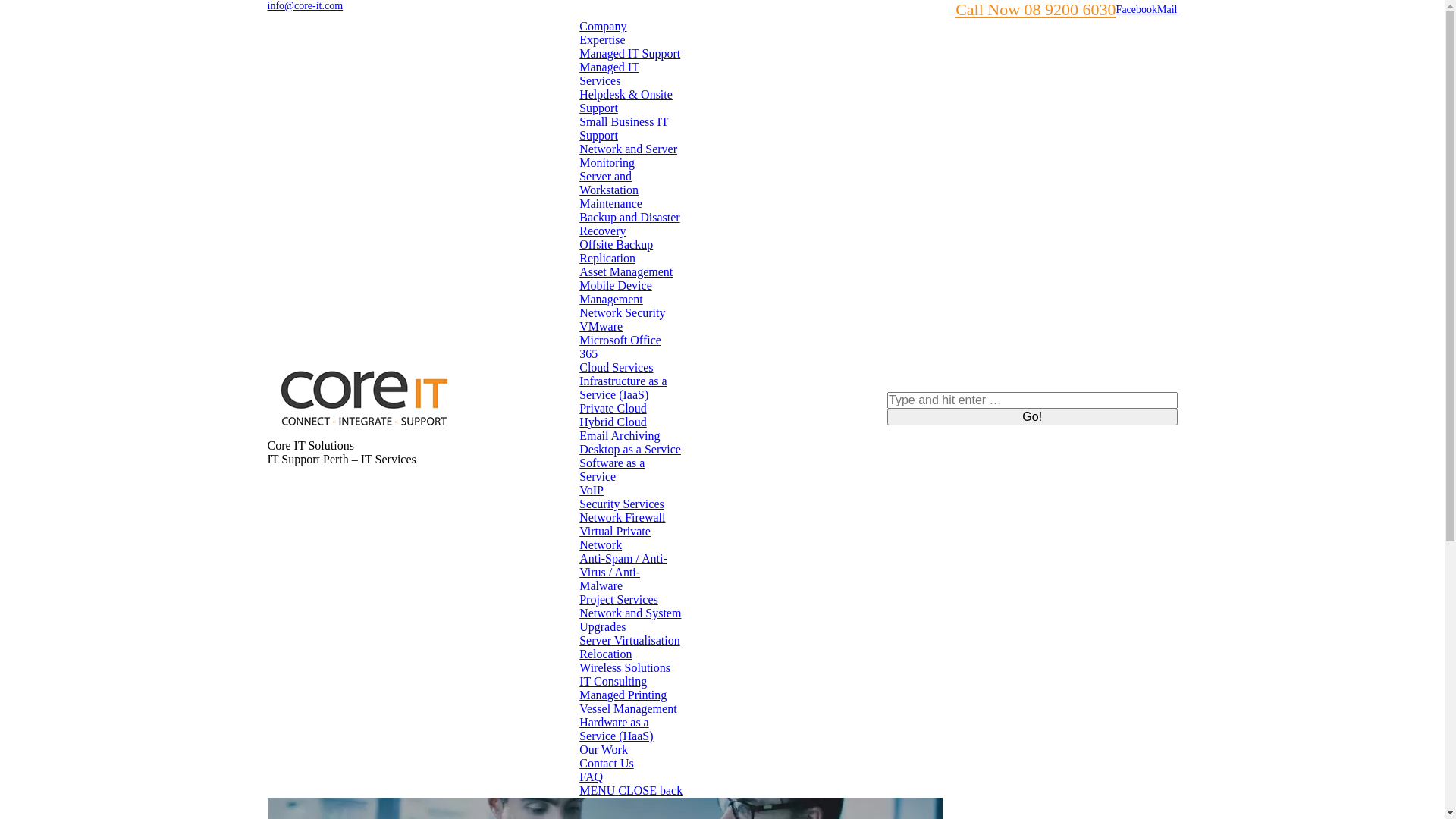  I want to click on 'Network and Server Monitoring', so click(628, 155).